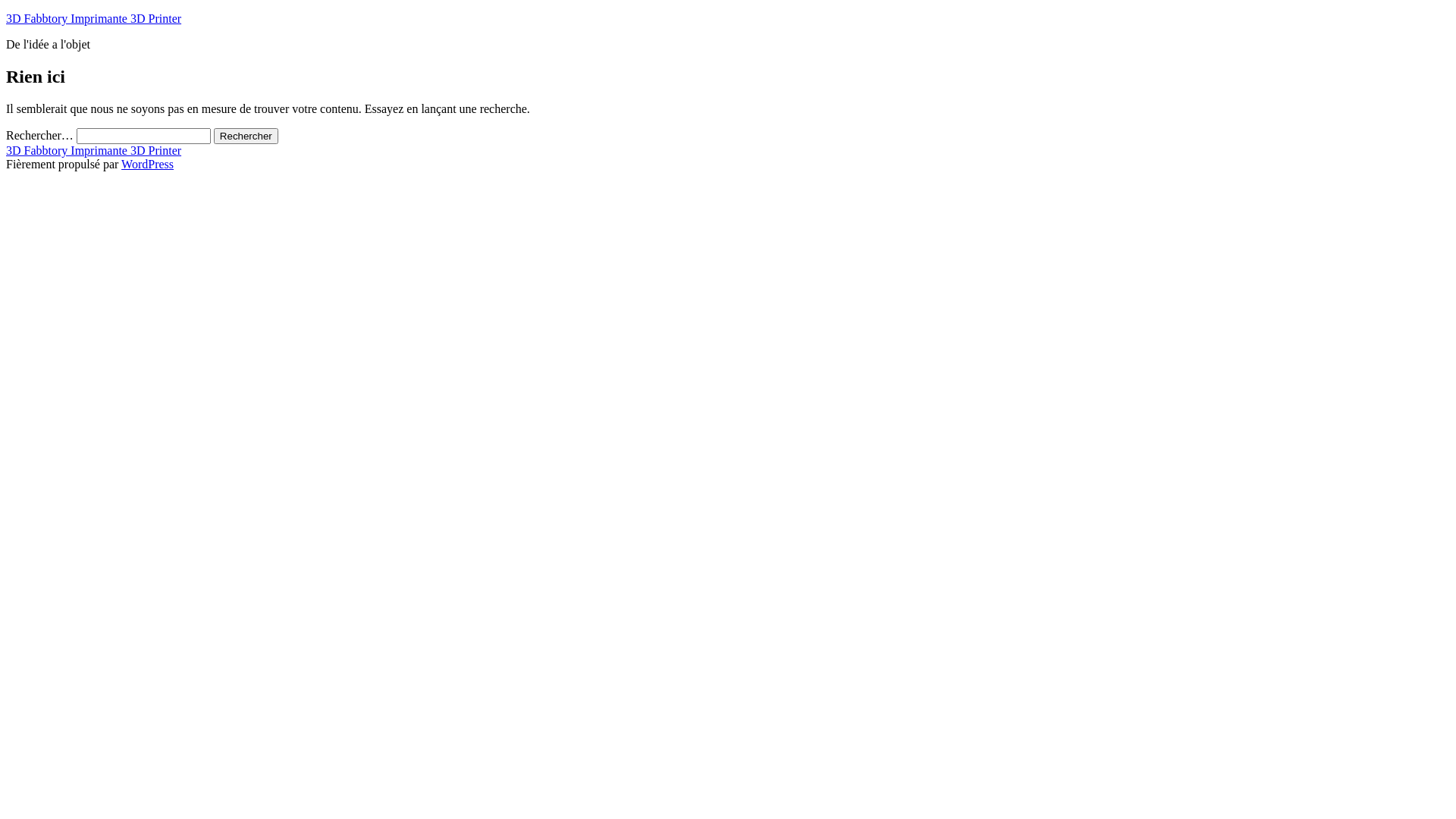 This screenshot has width=1456, height=819. What do you see at coordinates (120, 164) in the screenshot?
I see `'WordPress'` at bounding box center [120, 164].